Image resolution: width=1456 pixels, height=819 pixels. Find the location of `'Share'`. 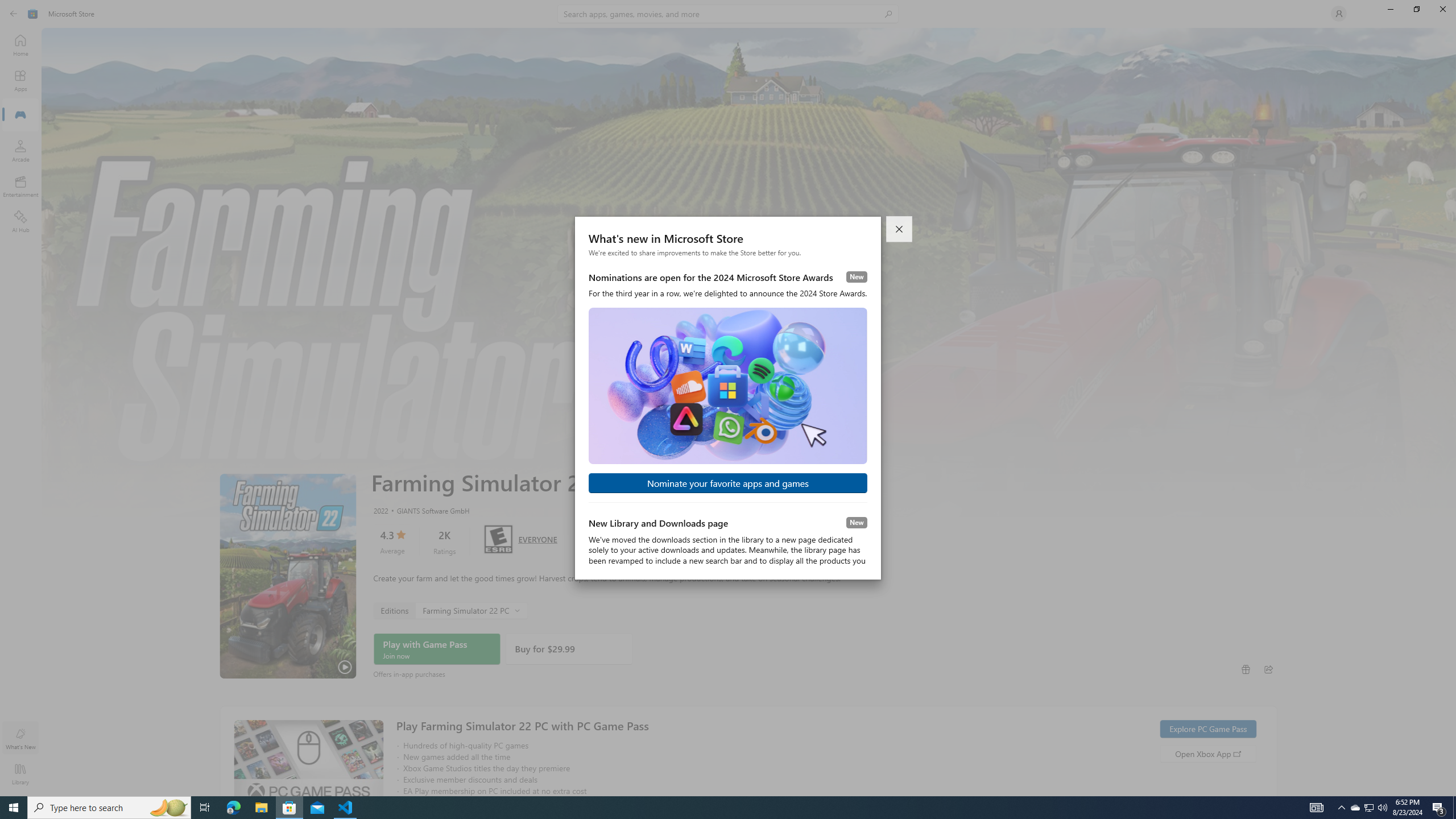

'Share' is located at coordinates (1268, 668).